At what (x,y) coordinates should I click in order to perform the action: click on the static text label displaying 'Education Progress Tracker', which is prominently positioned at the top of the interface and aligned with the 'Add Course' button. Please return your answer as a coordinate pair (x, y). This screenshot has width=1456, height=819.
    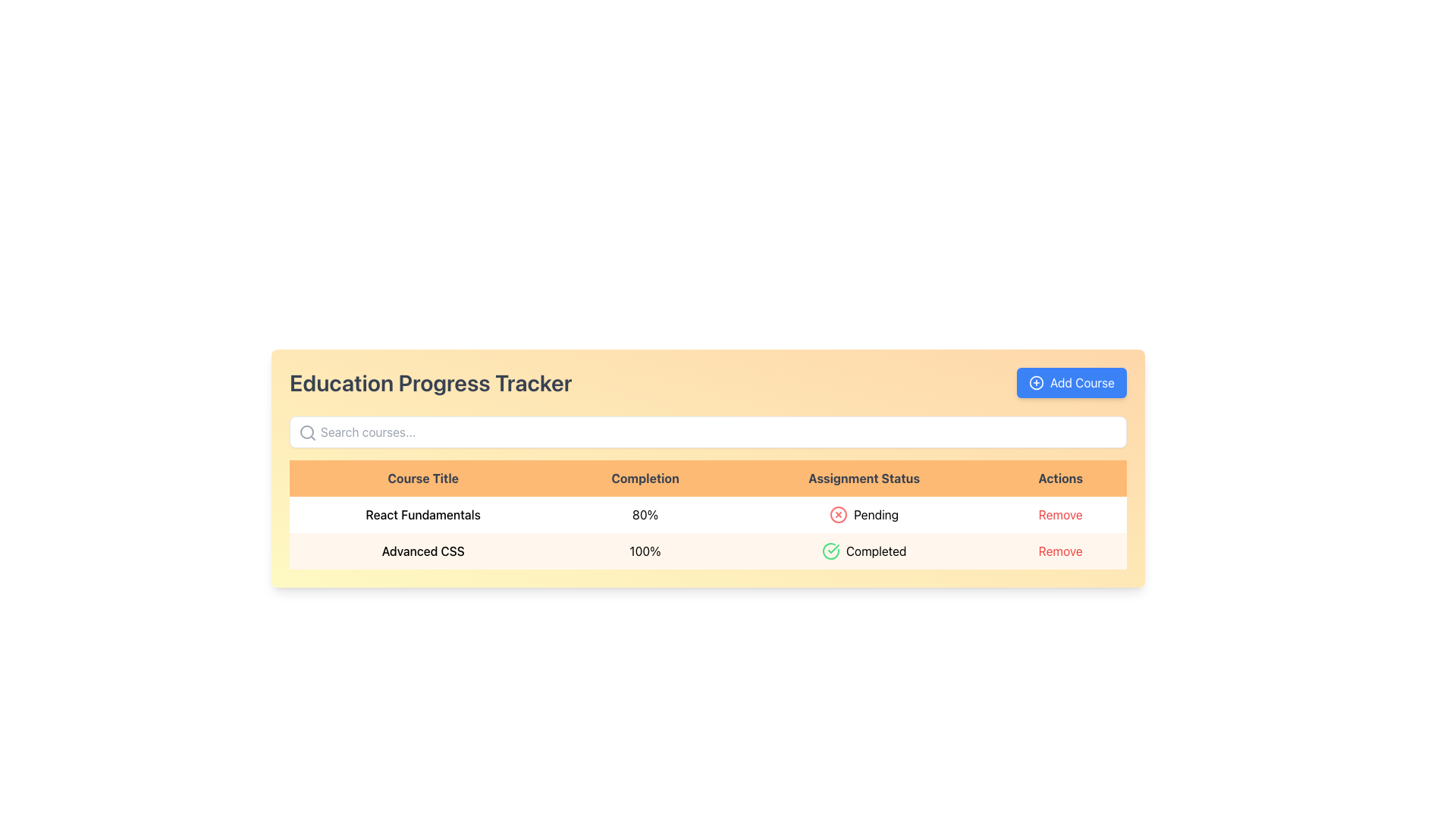
    Looking at the image, I should click on (430, 382).